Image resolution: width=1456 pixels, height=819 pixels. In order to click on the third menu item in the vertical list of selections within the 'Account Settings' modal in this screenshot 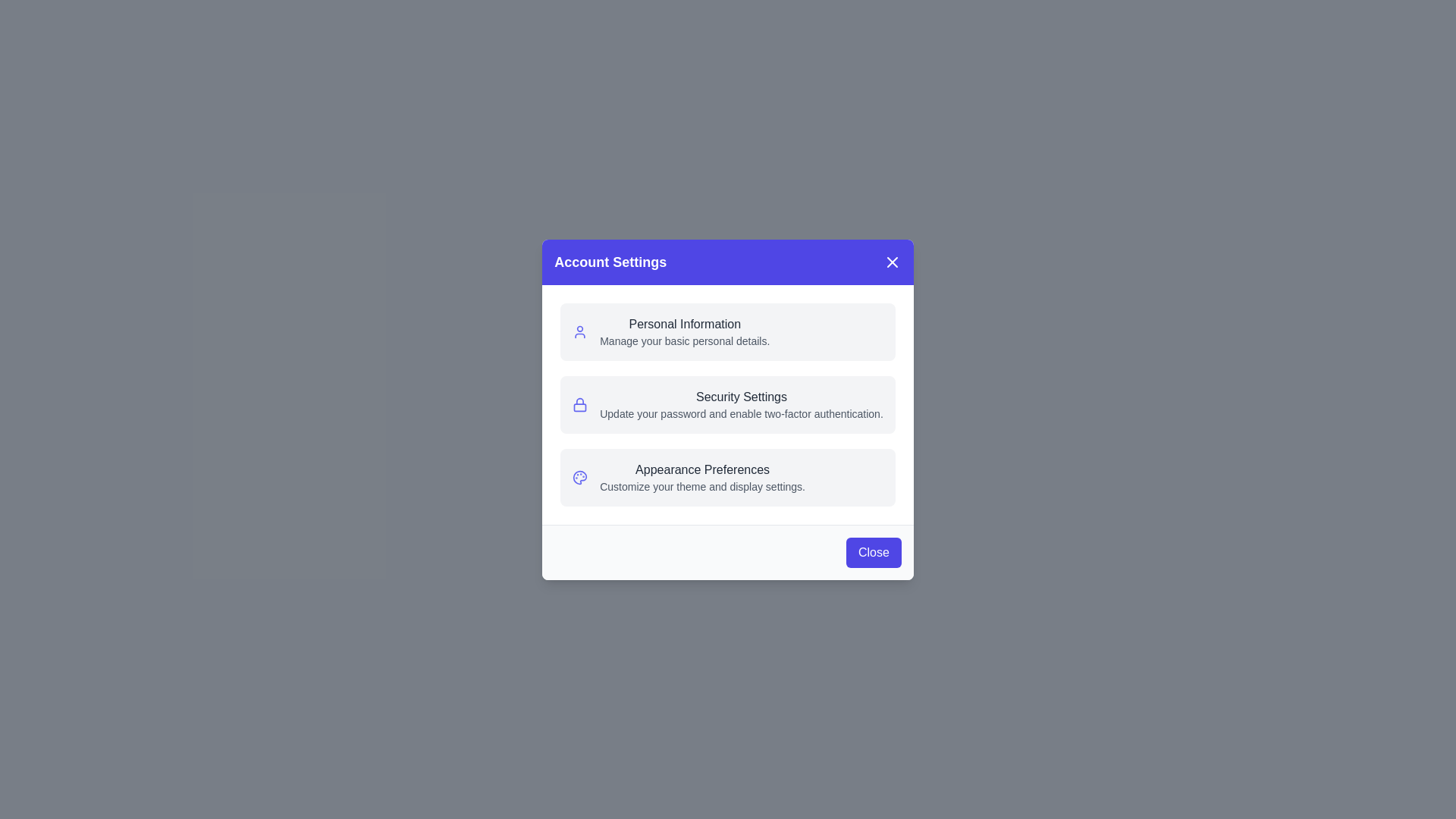, I will do `click(728, 476)`.